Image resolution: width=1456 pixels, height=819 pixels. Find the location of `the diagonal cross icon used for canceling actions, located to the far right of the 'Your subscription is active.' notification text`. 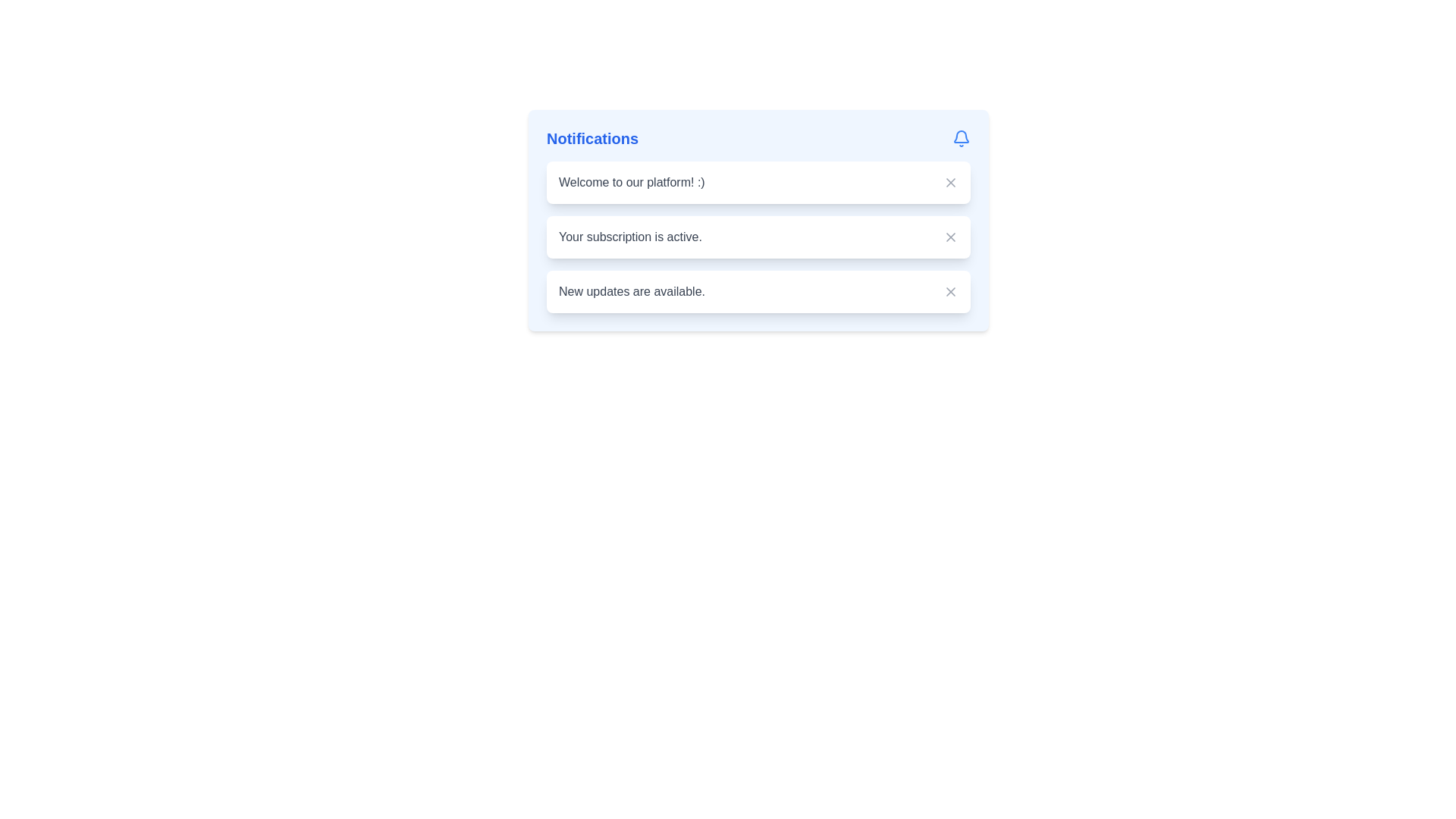

the diagonal cross icon used for canceling actions, located to the far right of the 'Your subscription is active.' notification text is located at coordinates (949, 237).